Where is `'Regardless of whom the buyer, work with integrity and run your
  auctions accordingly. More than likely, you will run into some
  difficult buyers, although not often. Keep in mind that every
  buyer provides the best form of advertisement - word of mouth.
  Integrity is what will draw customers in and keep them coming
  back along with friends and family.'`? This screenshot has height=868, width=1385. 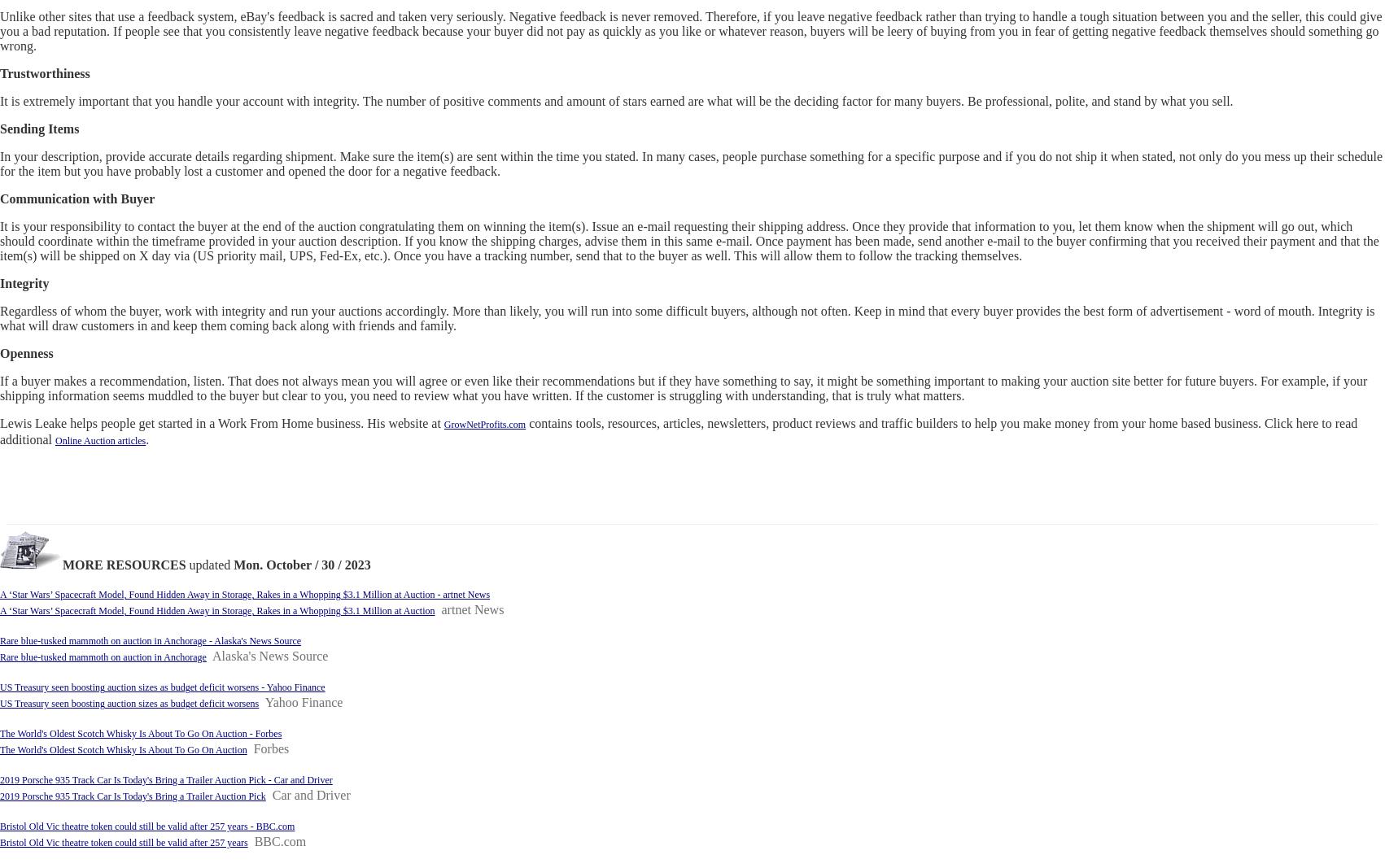 'Regardless of whom the buyer, work with integrity and run your
  auctions accordingly. More than likely, you will run into some
  difficult buyers, although not often. Keep in mind that every
  buyer provides the best form of advertisement - word of mouth.
  Integrity is what will draw customers in and keep them coming
  back along with friends and family.' is located at coordinates (686, 317).